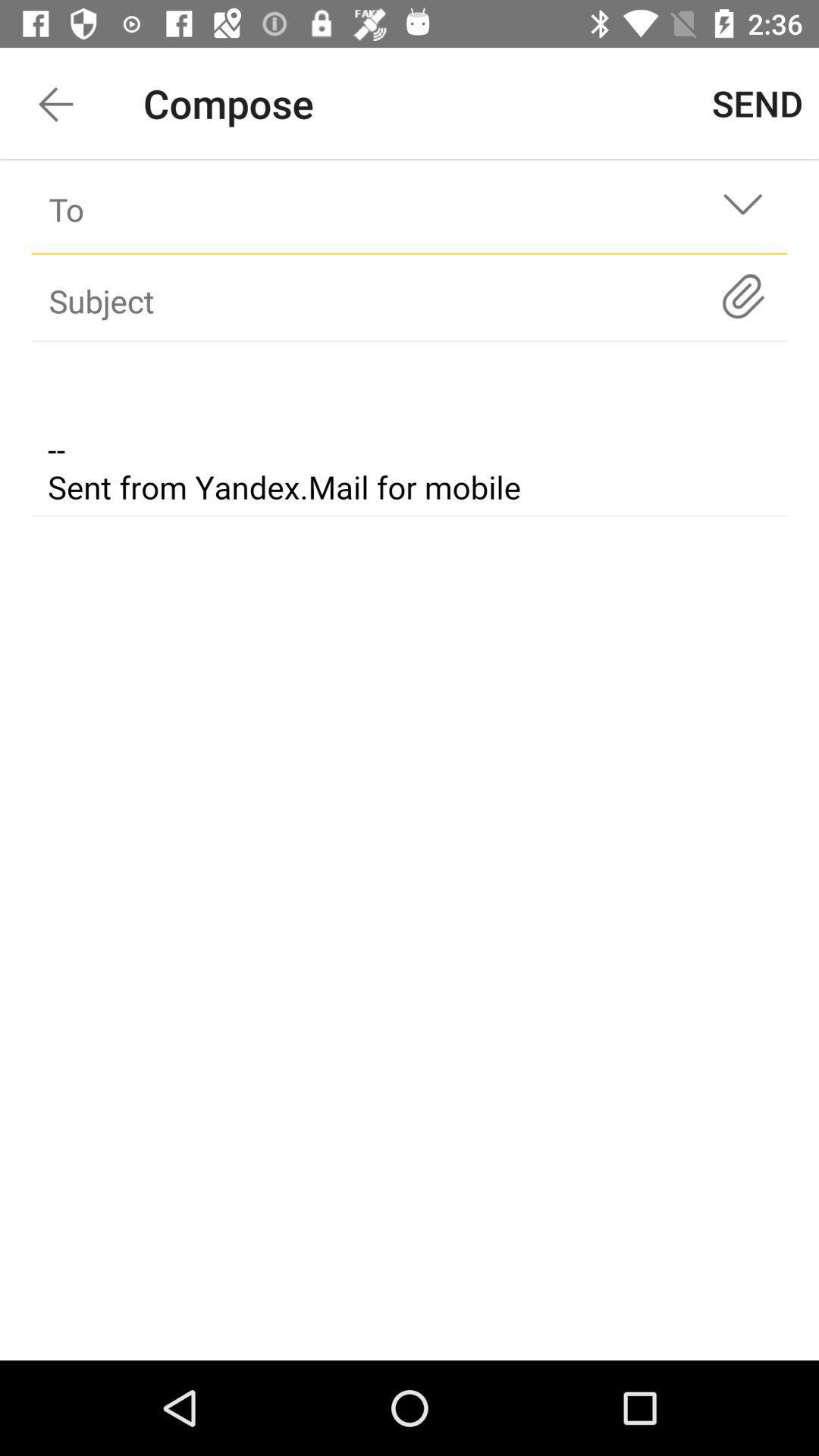 This screenshot has width=819, height=1456. Describe the element at coordinates (742, 209) in the screenshot. I see `drop down for contacts list` at that location.